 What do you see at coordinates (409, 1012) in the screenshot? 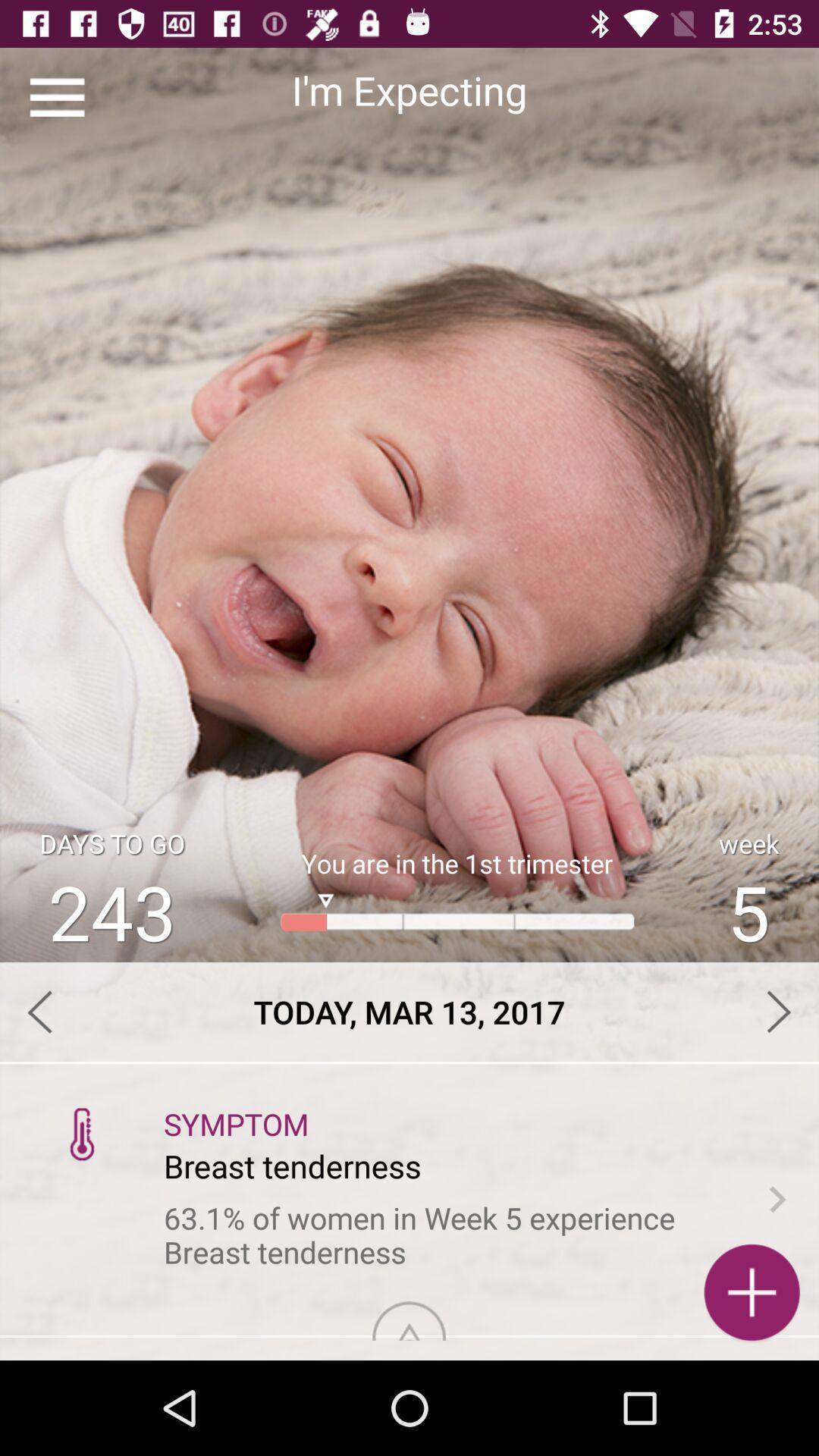
I see `today mar 13 button` at bounding box center [409, 1012].